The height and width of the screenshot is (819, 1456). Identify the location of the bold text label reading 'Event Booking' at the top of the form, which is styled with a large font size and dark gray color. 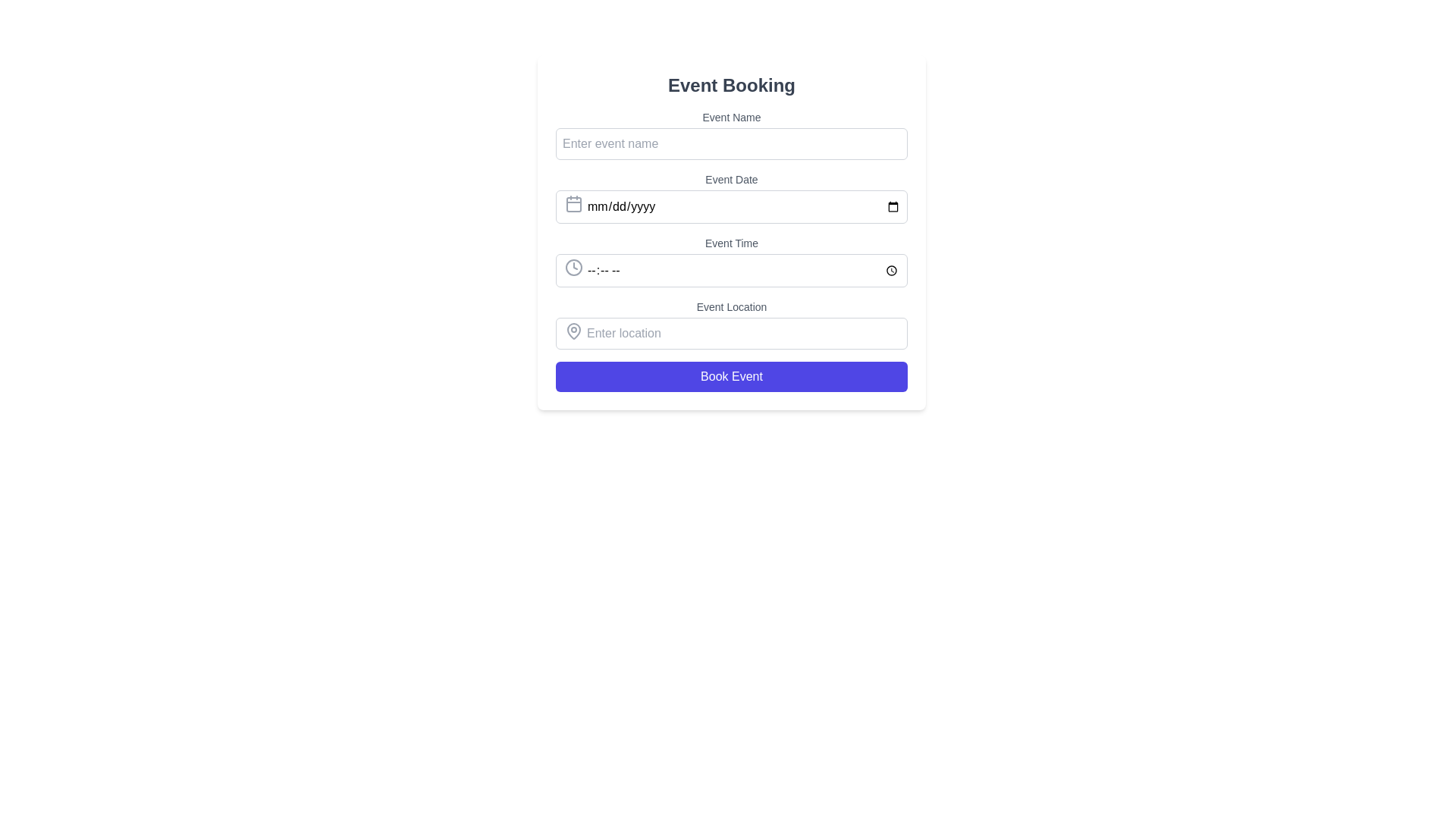
(731, 85).